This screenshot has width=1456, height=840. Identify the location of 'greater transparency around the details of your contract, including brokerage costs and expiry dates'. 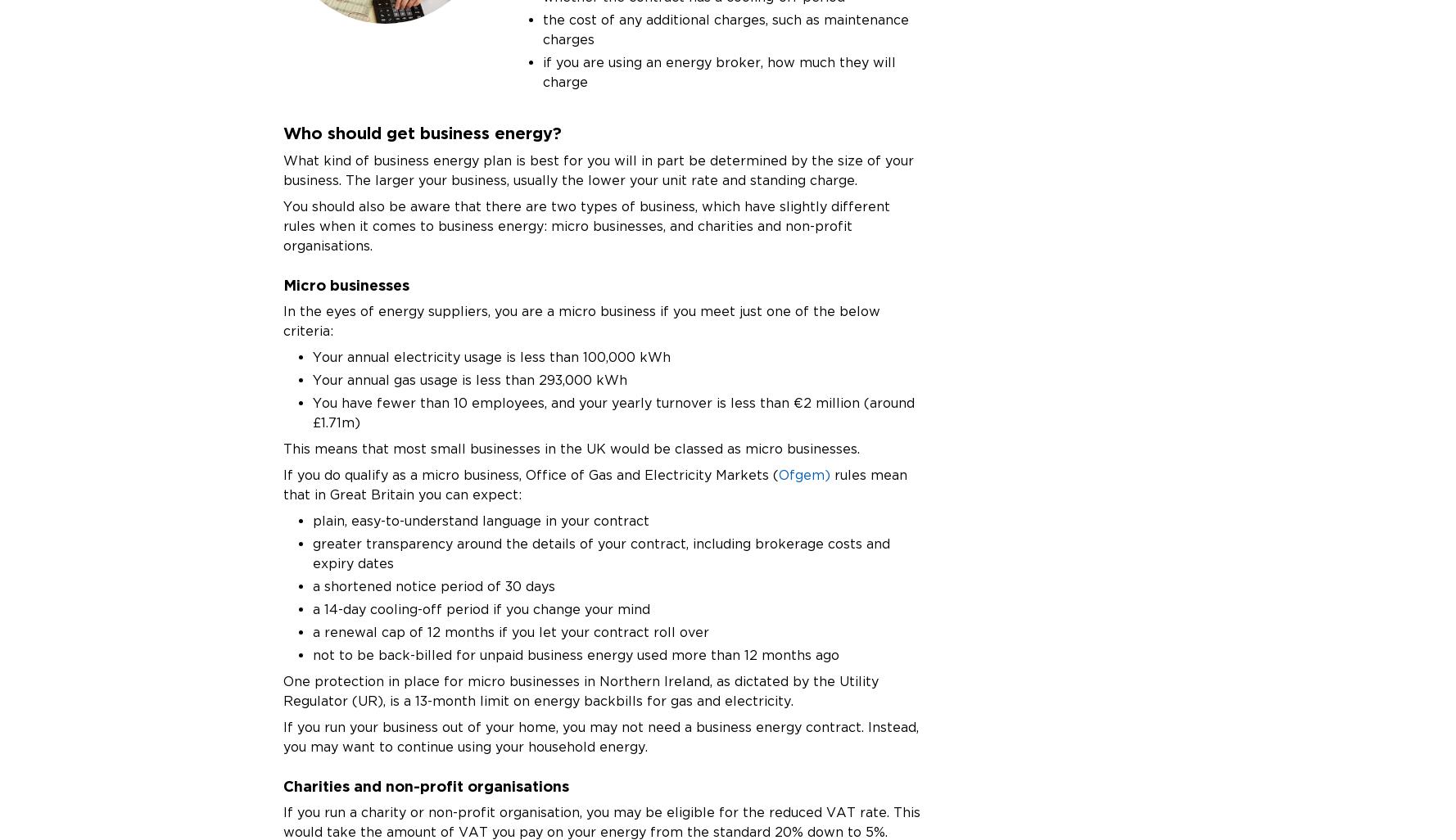
(600, 552).